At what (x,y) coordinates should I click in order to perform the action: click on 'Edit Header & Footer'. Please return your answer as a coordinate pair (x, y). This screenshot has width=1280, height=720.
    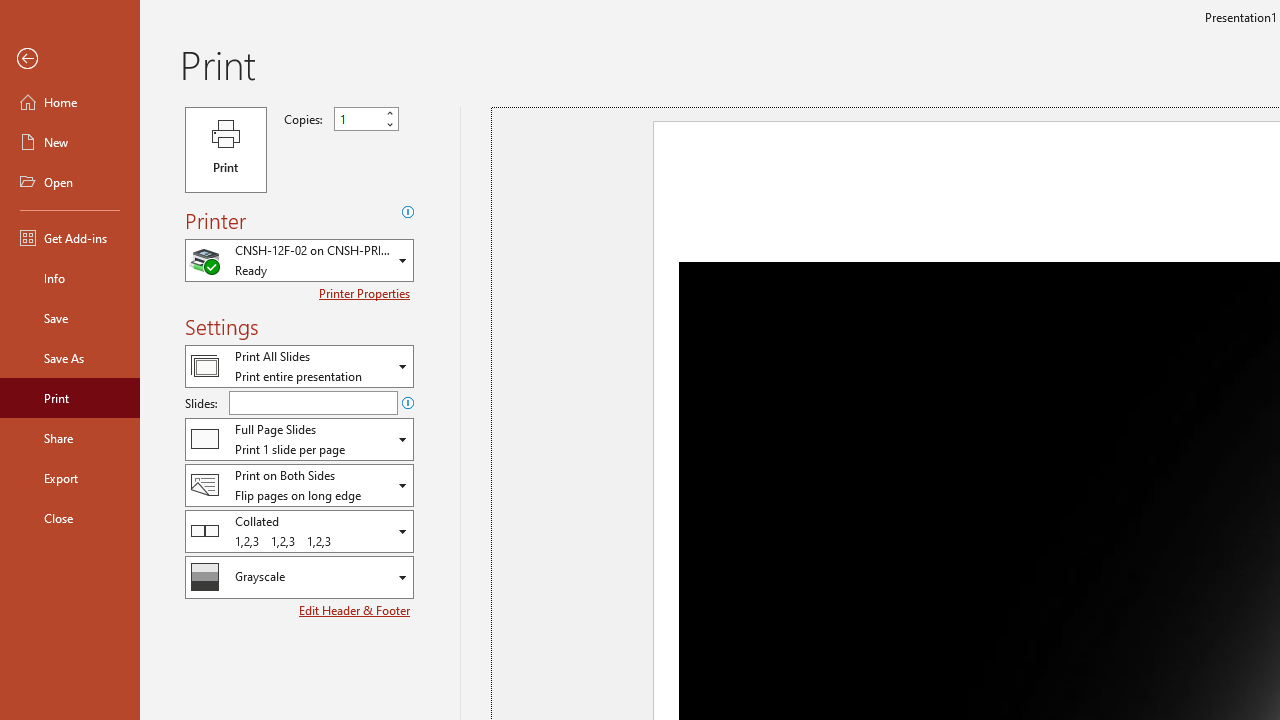
    Looking at the image, I should click on (356, 609).